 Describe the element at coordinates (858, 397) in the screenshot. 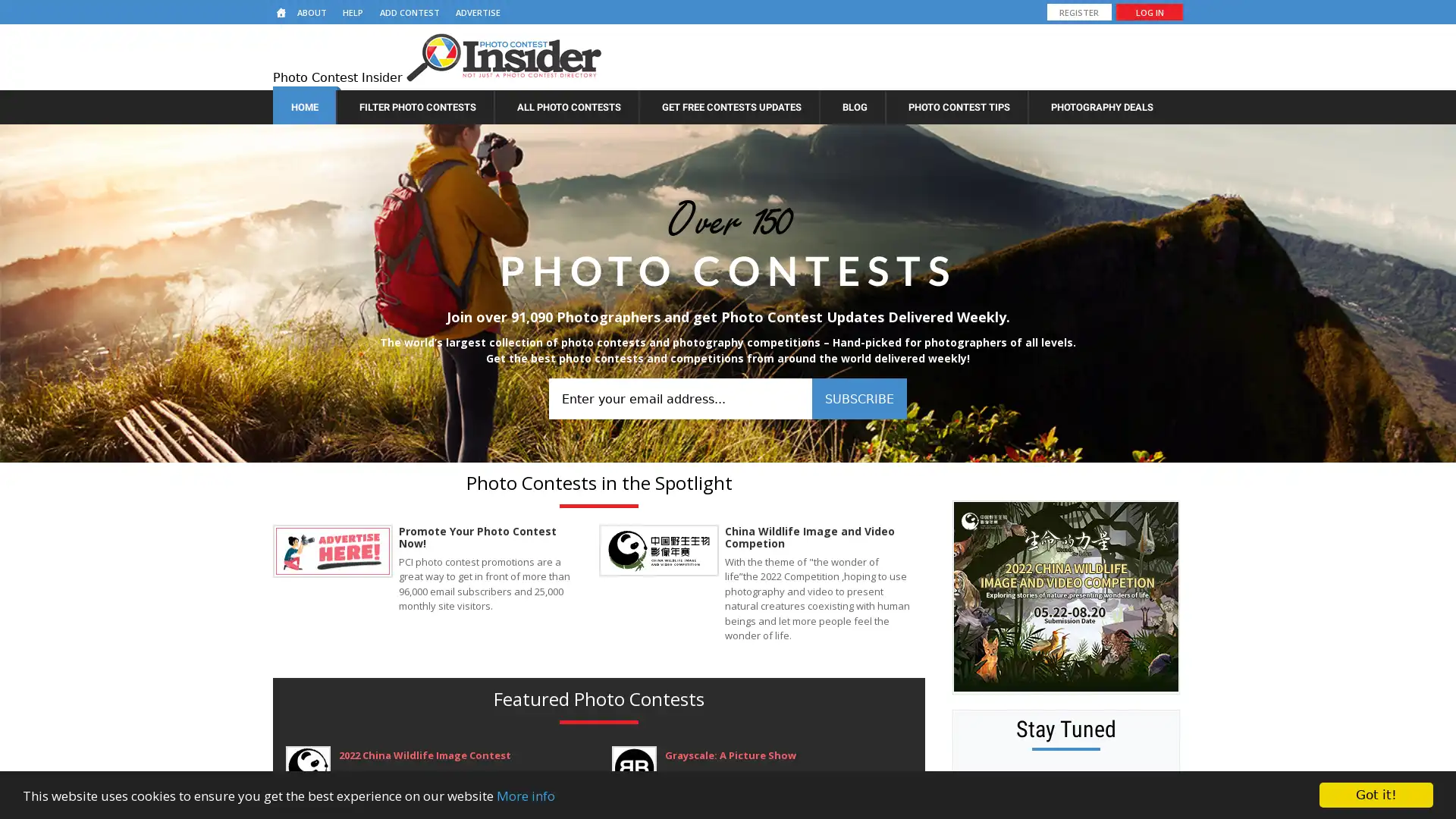

I see `Subscribe` at that location.